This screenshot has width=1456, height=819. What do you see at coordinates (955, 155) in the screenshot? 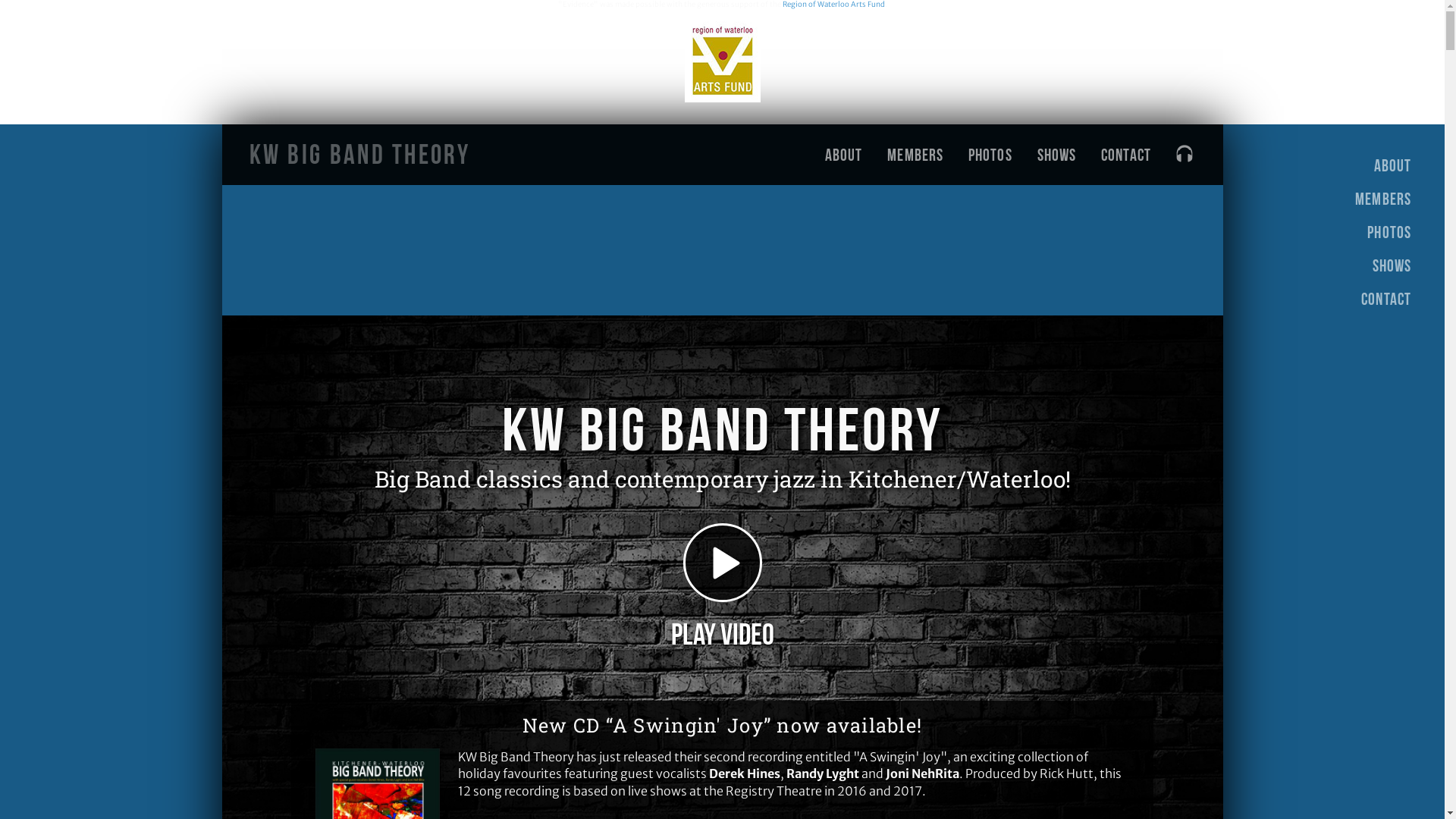
I see `'PHOTOS'` at bounding box center [955, 155].